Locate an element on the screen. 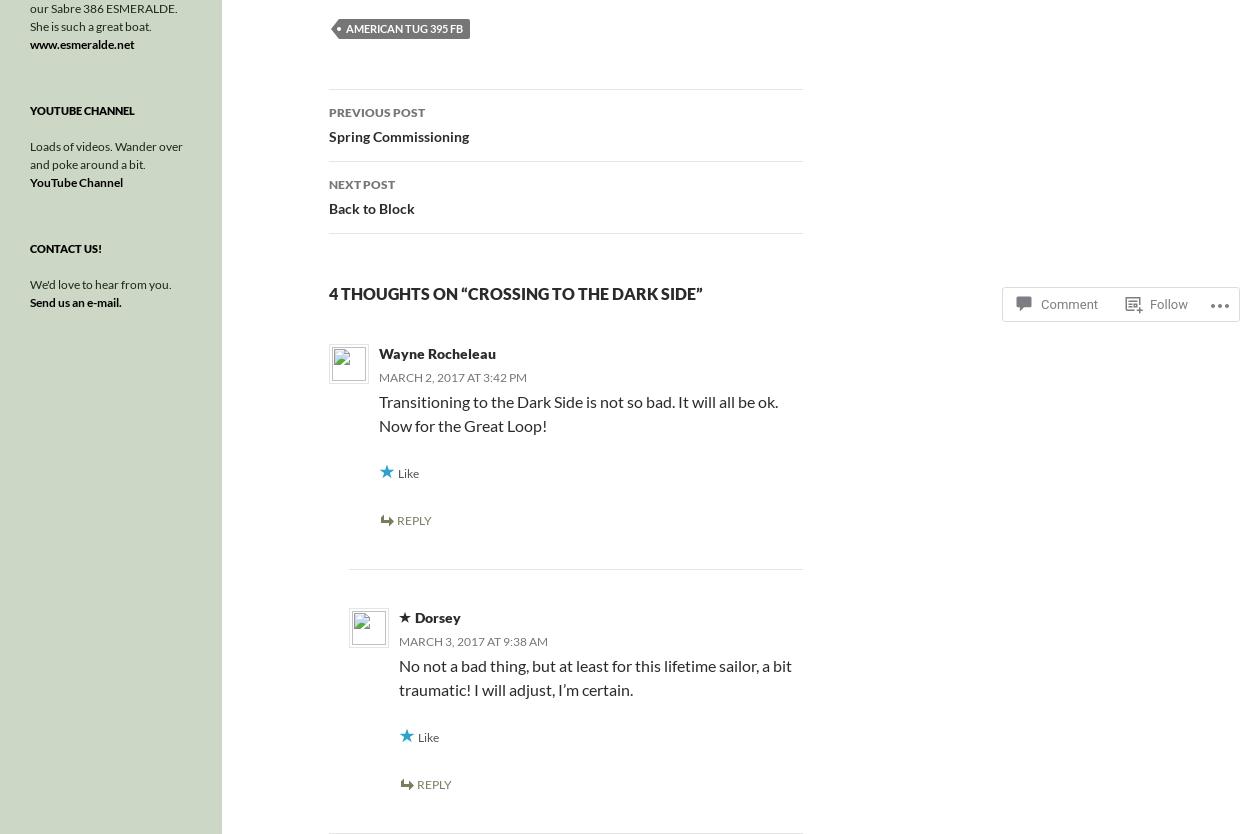  'March 2, 2017 at 3:42 pm' is located at coordinates (450, 376).